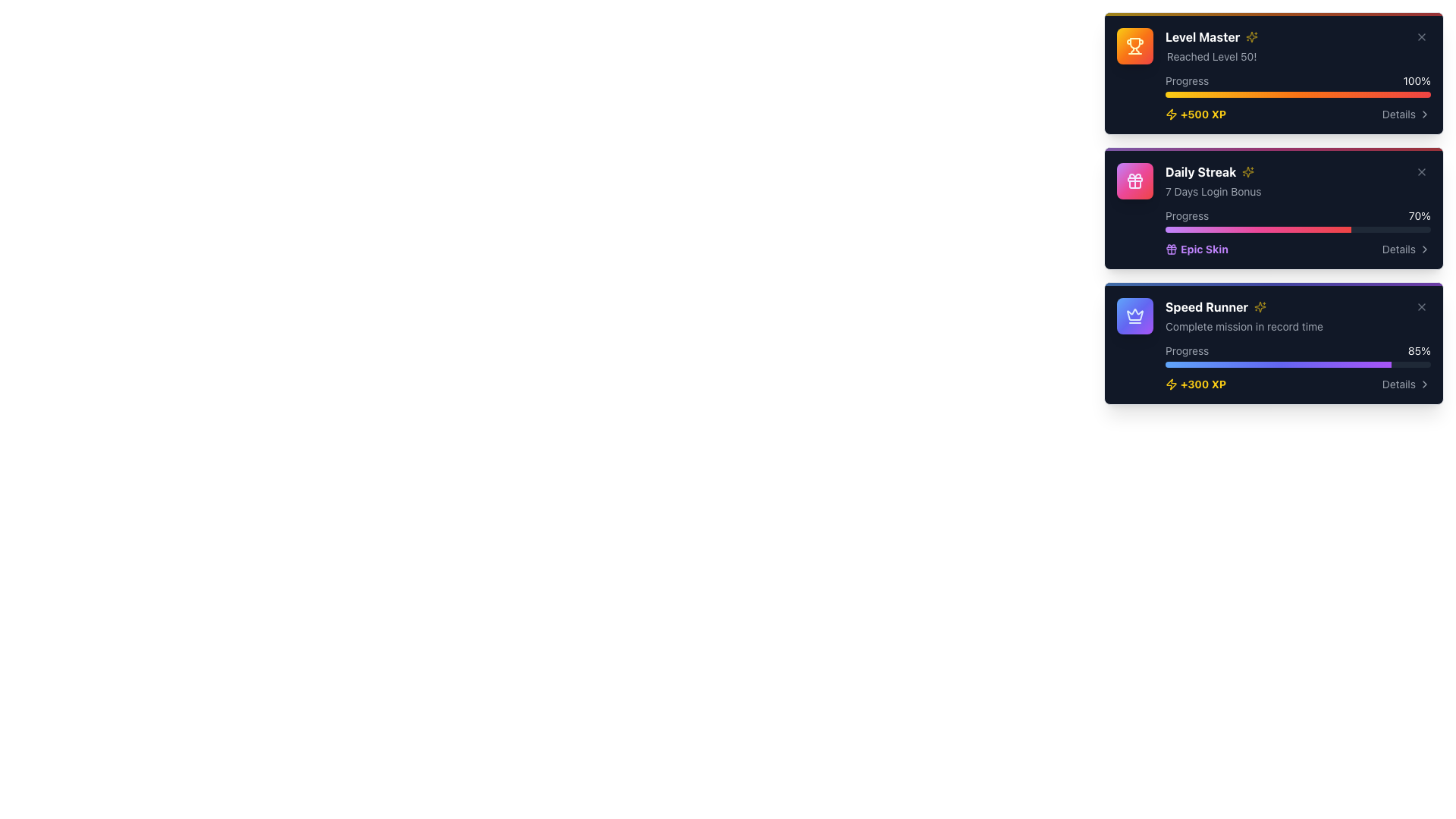 Image resolution: width=1456 pixels, height=819 pixels. Describe the element at coordinates (1274, 208) in the screenshot. I see `progress bar visually on the Information Card that details achievements or tasks in progress, specifically the second card in a vertically stacked list of three cards` at that location.